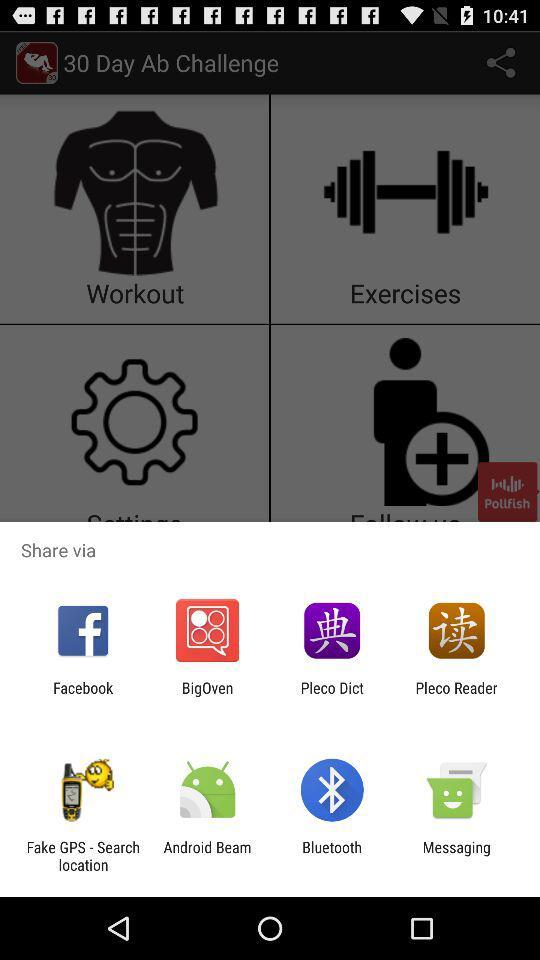  I want to click on pleco reader icon, so click(456, 696).